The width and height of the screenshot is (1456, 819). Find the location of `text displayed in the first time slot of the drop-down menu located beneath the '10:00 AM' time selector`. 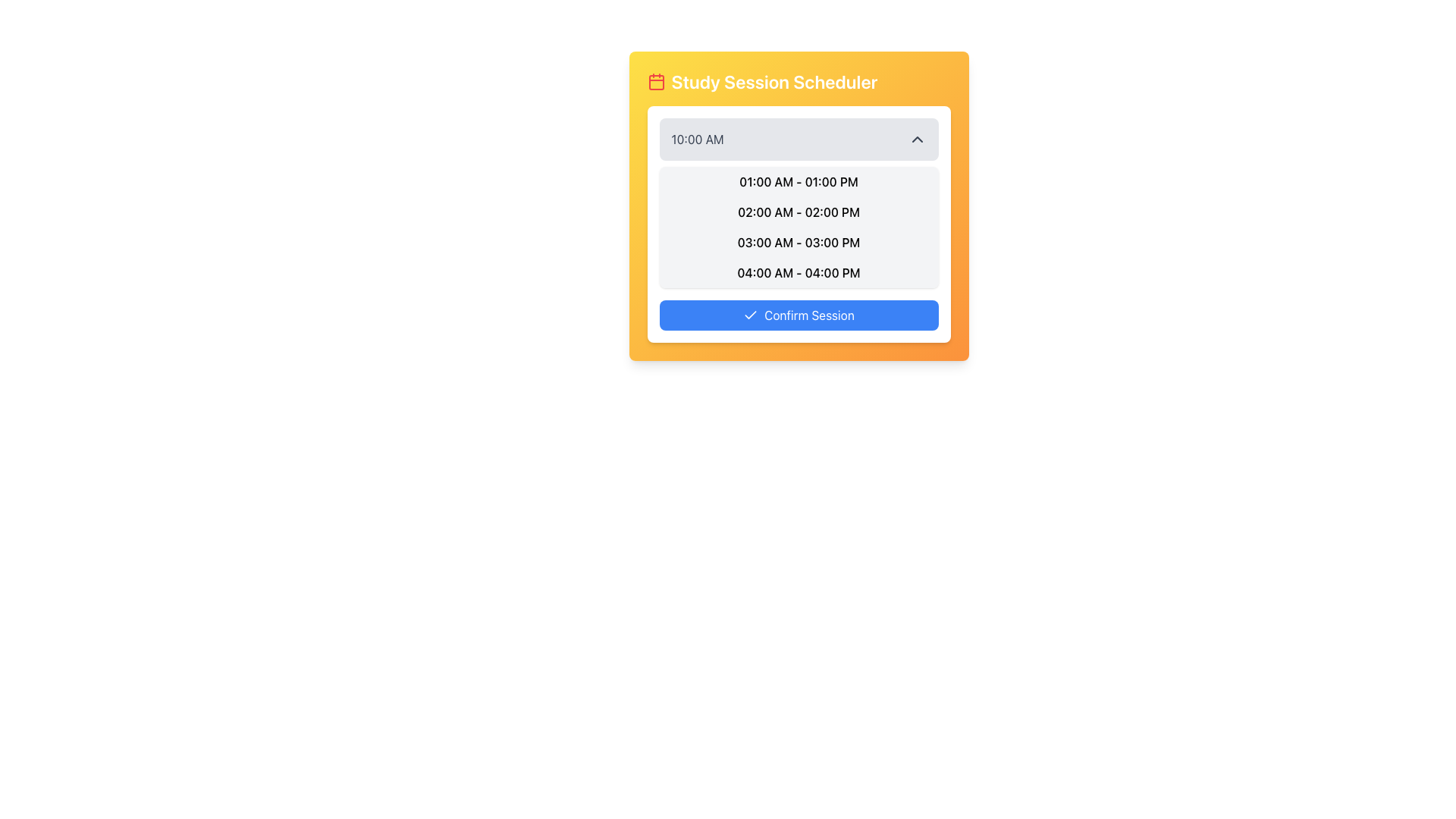

text displayed in the first time slot of the drop-down menu located beneath the '10:00 AM' time selector is located at coordinates (798, 180).